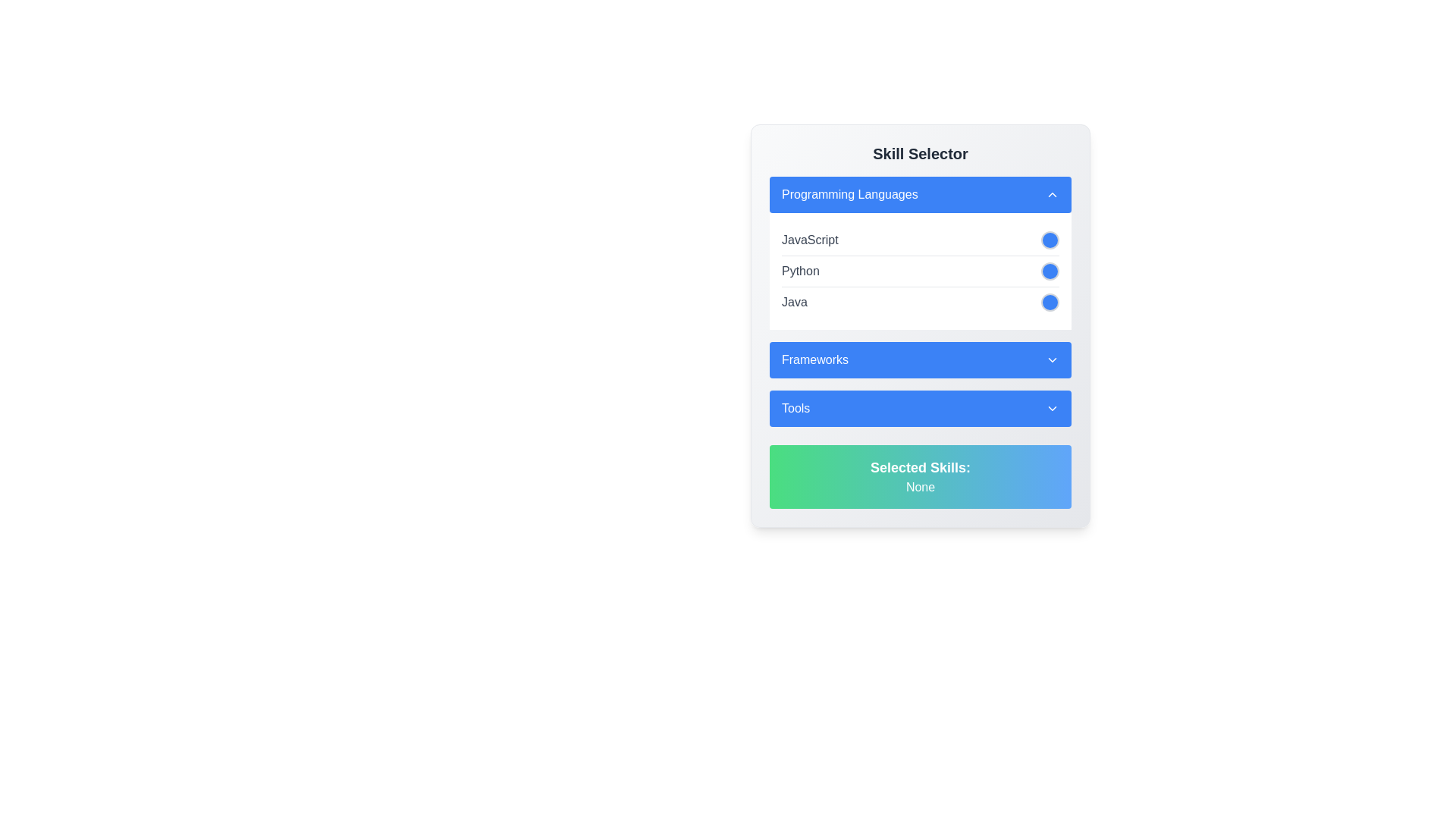  I want to click on the small upward-pointing chevron icon located on the right side of the blue button labeled 'Programming Languages', so click(1051, 194).